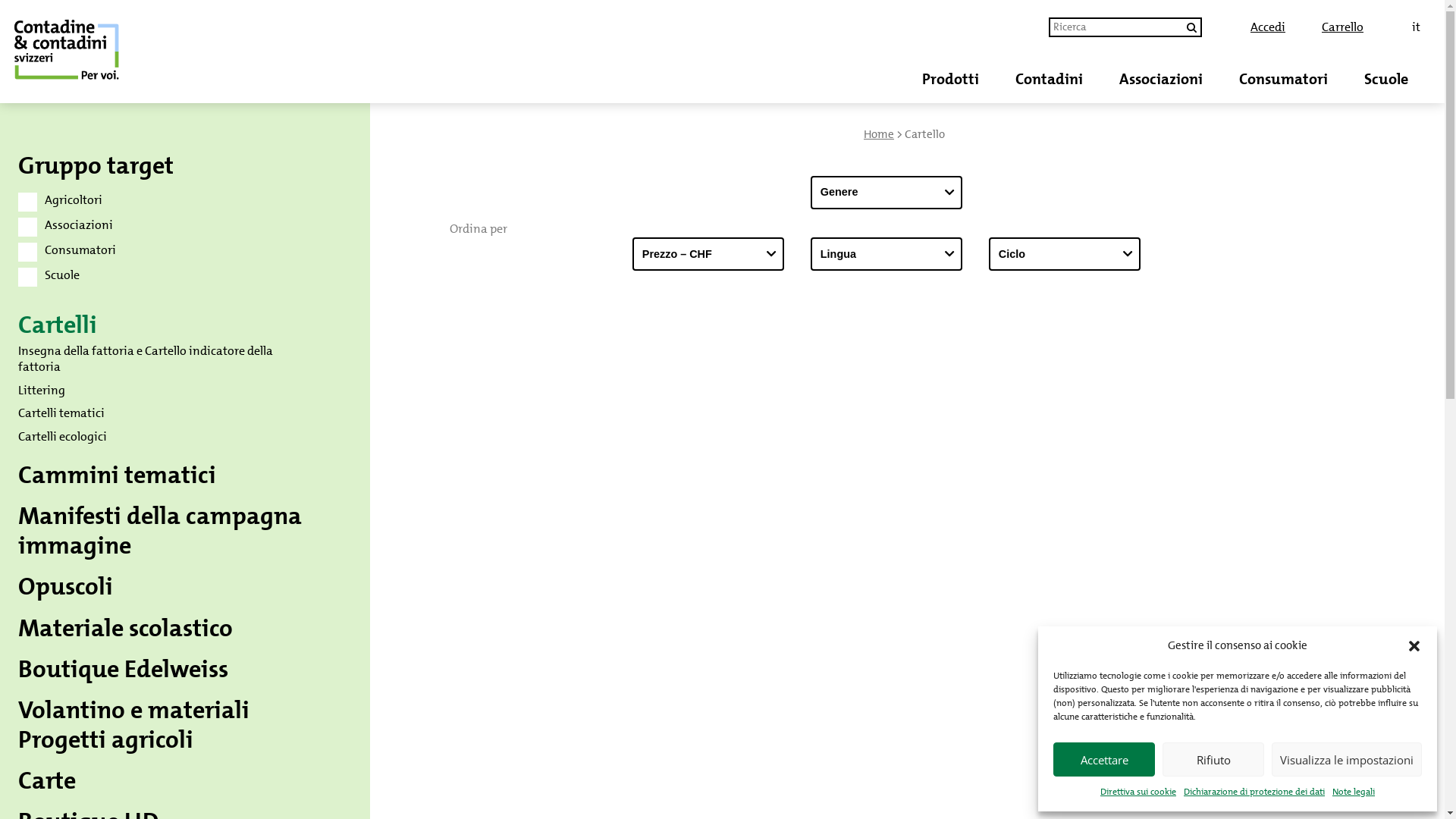 This screenshot has height=819, width=1456. I want to click on 'Dichiarazione di protezione dei dati', so click(1182, 791).